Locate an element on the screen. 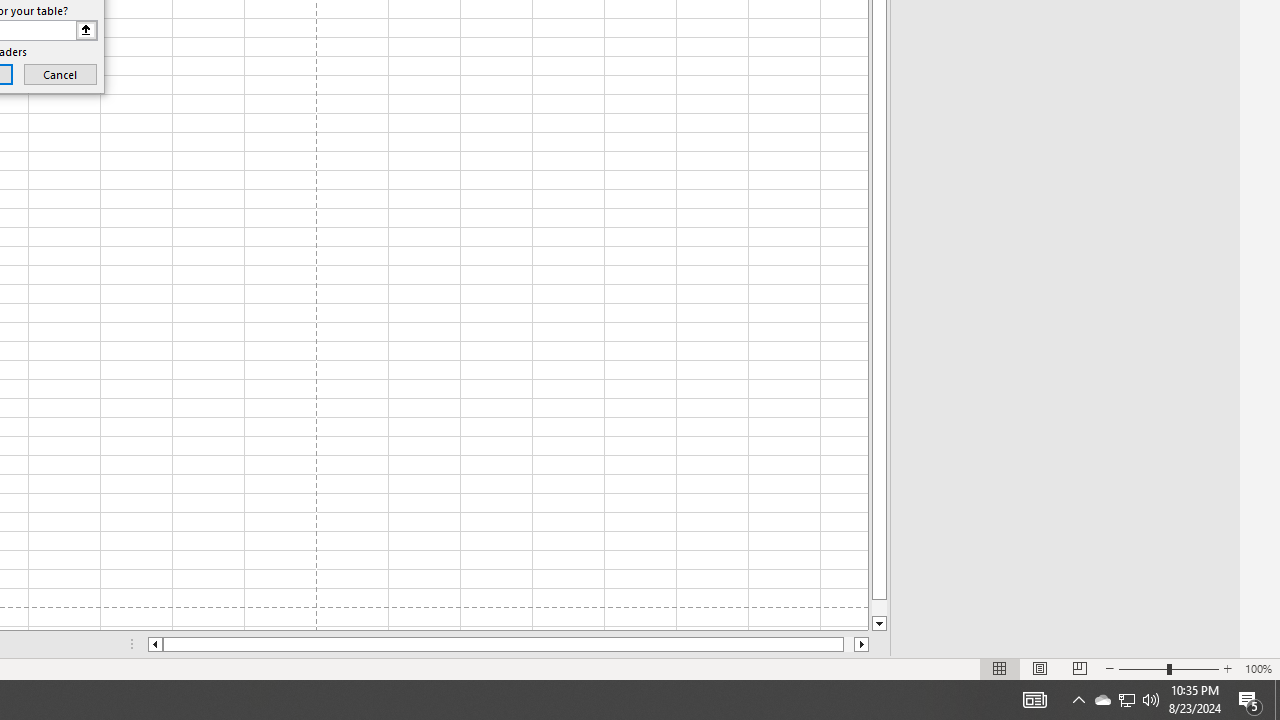  'Zoom' is located at coordinates (1168, 669).